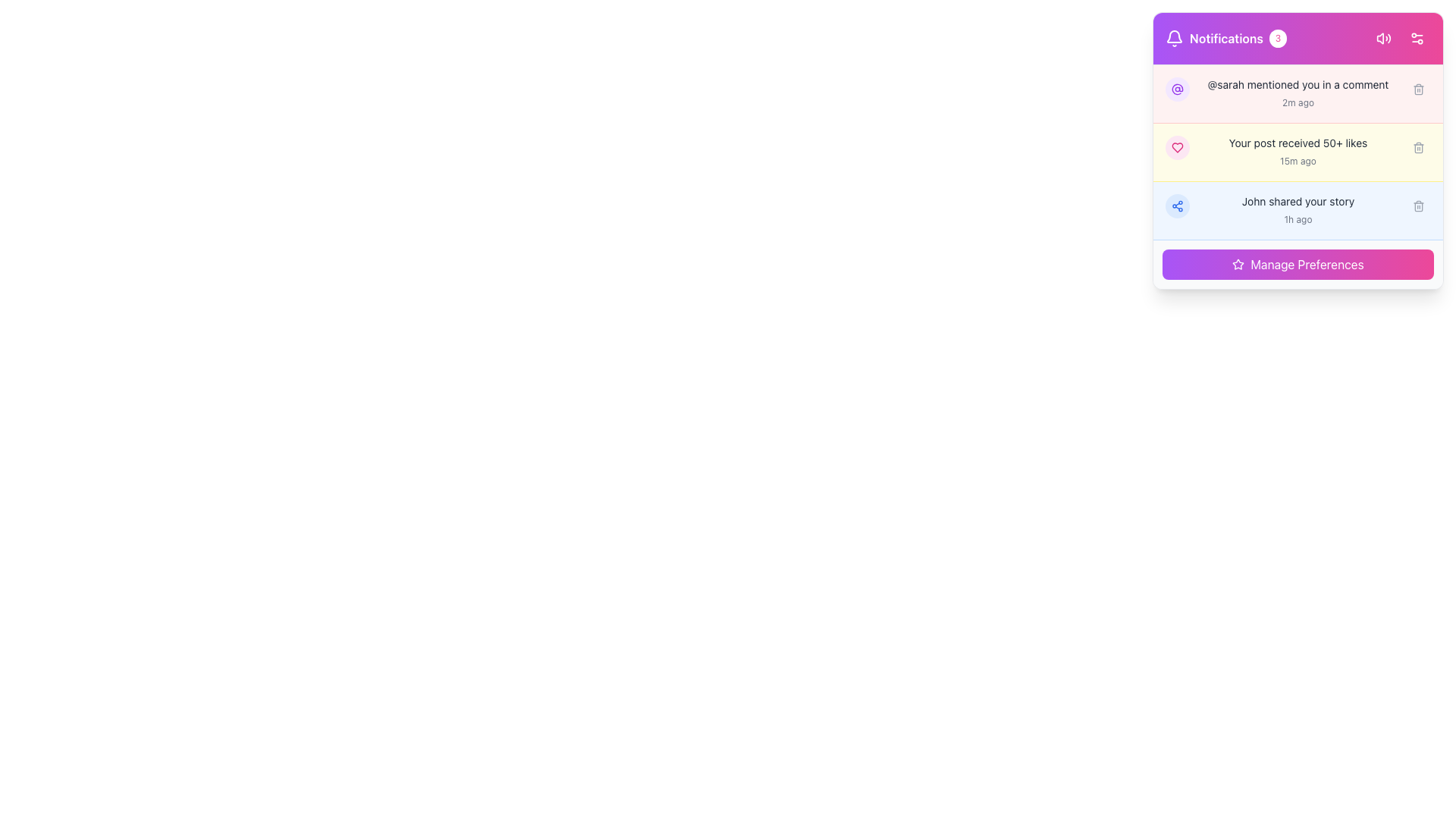 The width and height of the screenshot is (1456, 819). Describe the element at coordinates (1298, 210) in the screenshot. I see `the text label that says 'John shared your story' and includes a timestamp '1h ago', which is centrally aligned in a light blue rectangular area, located within the third notification entry in the notification list` at that location.